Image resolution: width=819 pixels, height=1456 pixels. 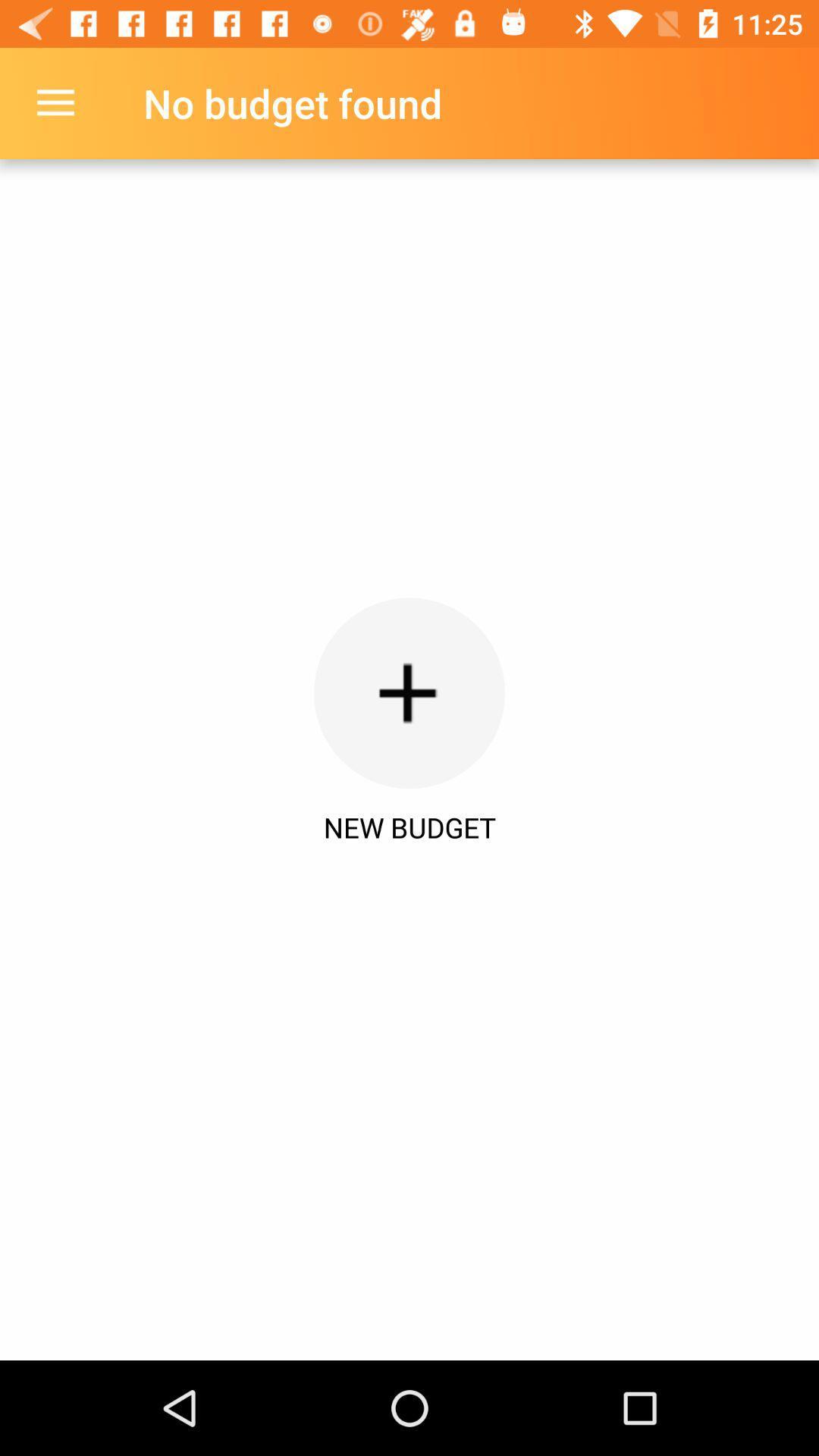 What do you see at coordinates (409, 692) in the screenshot?
I see `a budget` at bounding box center [409, 692].